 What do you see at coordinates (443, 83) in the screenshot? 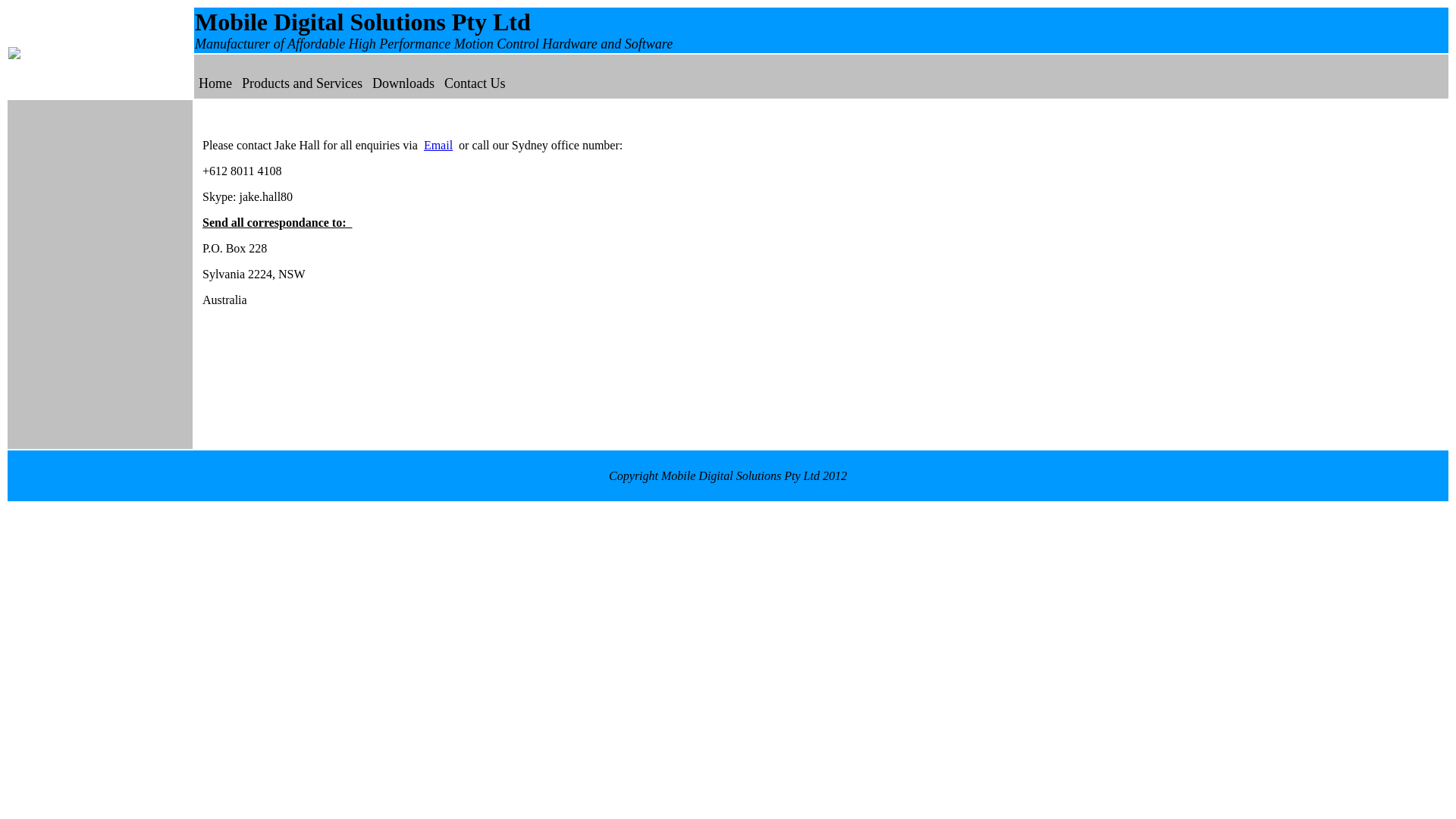
I see `'Contact Us'` at bounding box center [443, 83].